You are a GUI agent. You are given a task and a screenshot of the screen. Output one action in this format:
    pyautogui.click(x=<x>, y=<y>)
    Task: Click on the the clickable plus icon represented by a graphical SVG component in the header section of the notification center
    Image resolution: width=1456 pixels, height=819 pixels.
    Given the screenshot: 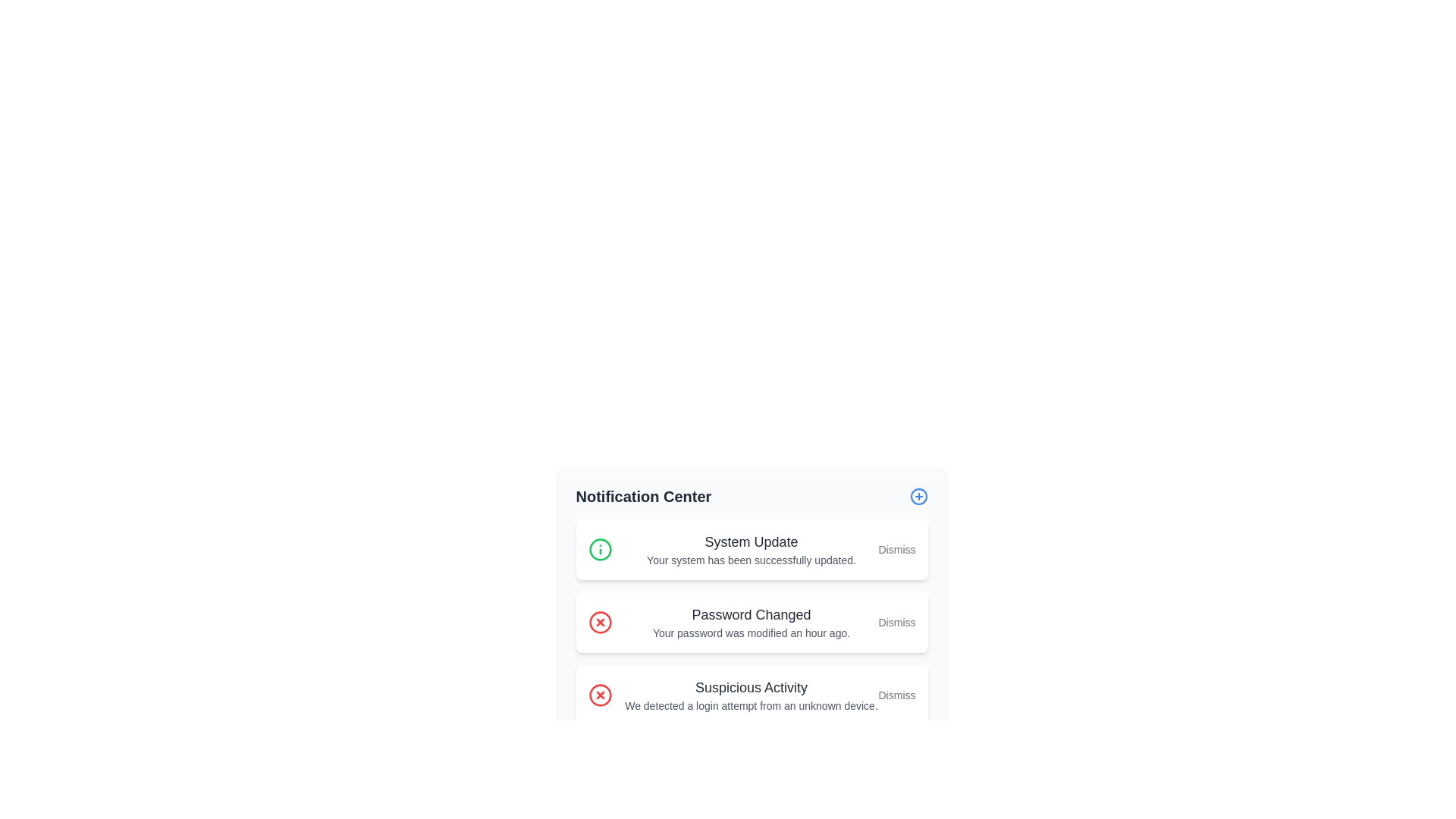 What is the action you would take?
    pyautogui.click(x=918, y=497)
    